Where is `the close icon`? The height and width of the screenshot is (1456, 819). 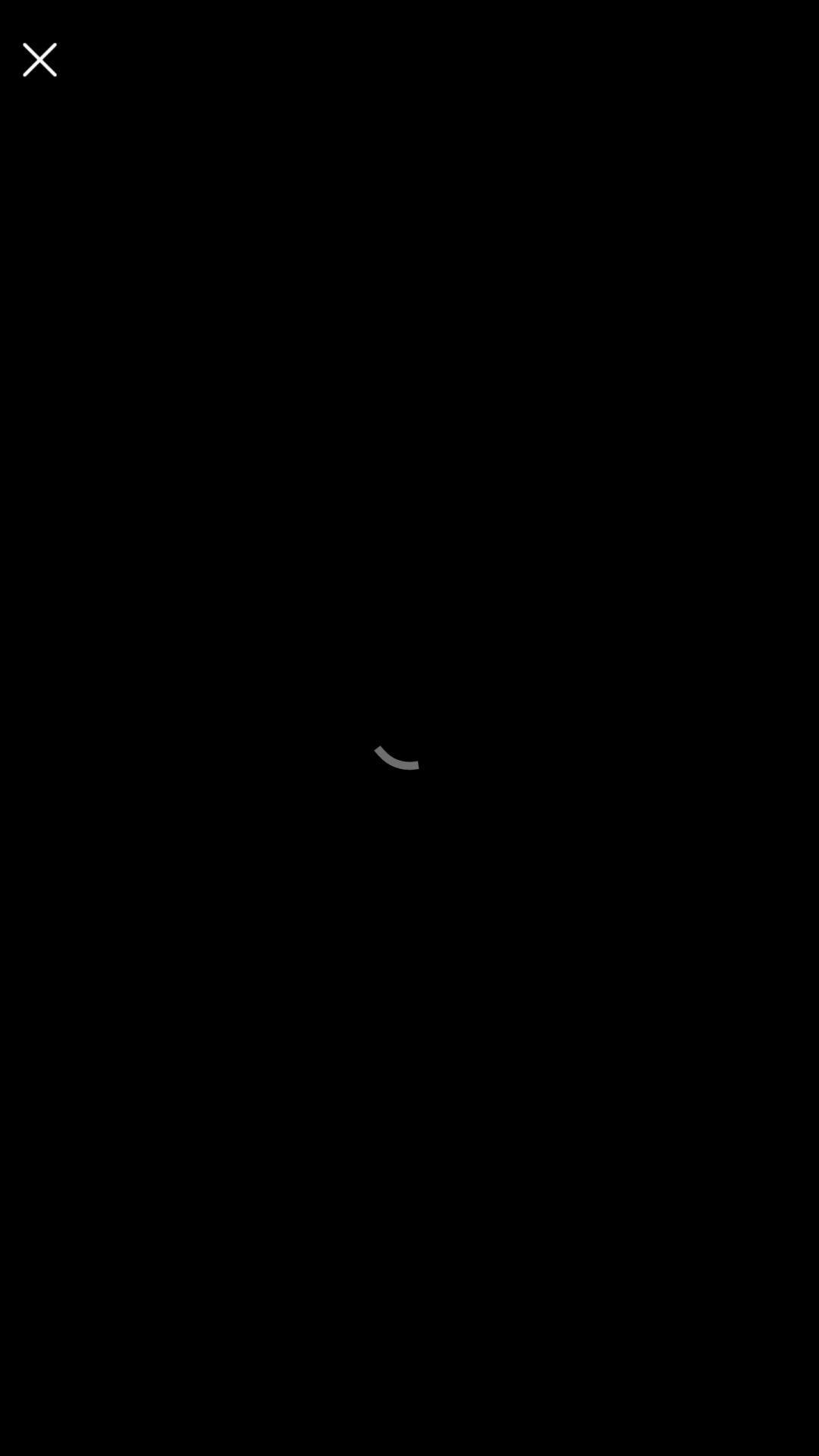
the close icon is located at coordinates (39, 59).